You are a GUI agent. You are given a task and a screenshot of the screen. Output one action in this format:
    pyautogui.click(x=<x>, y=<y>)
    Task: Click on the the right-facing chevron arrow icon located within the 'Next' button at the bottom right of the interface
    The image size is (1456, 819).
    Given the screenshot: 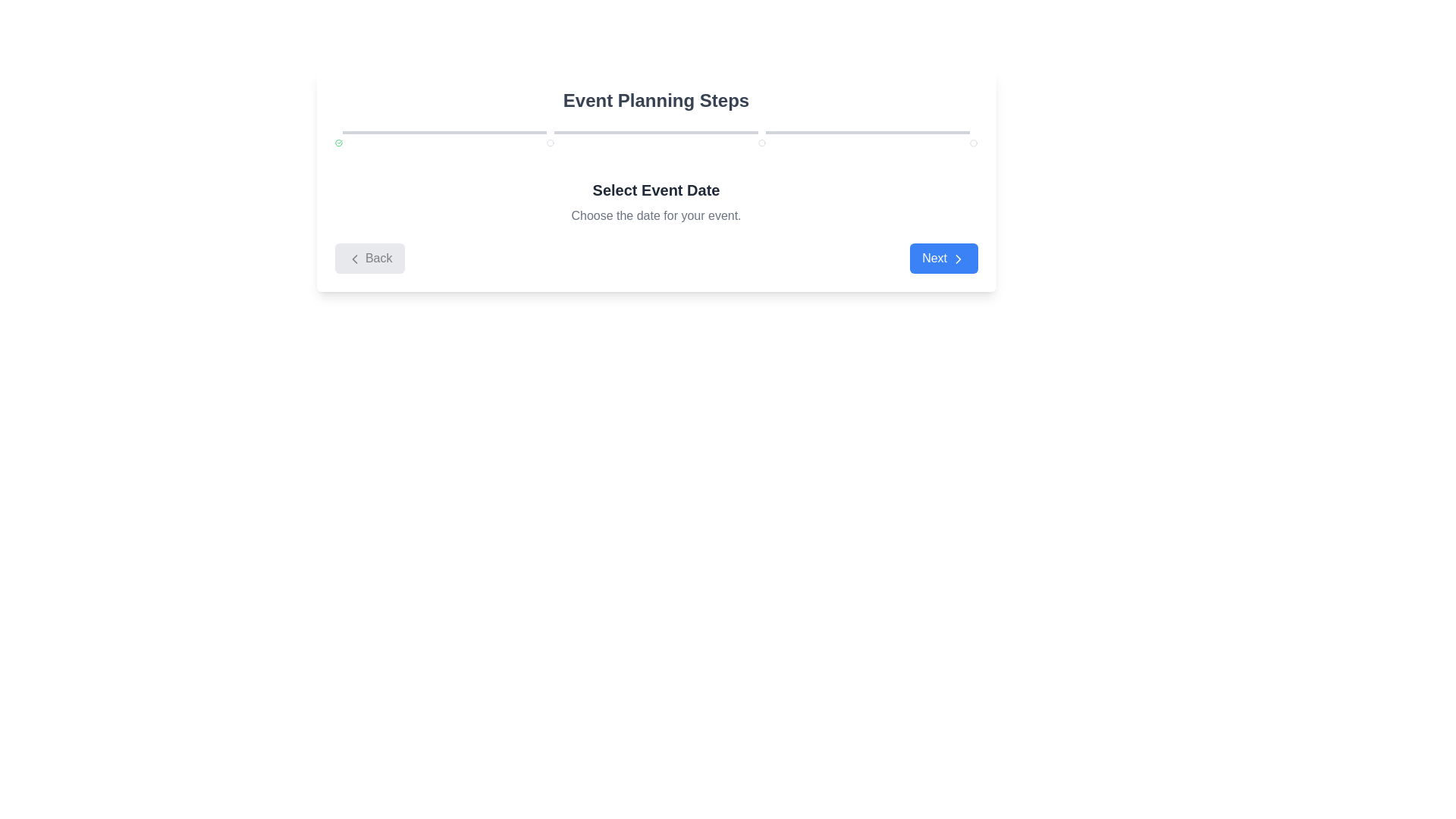 What is the action you would take?
    pyautogui.click(x=957, y=258)
    